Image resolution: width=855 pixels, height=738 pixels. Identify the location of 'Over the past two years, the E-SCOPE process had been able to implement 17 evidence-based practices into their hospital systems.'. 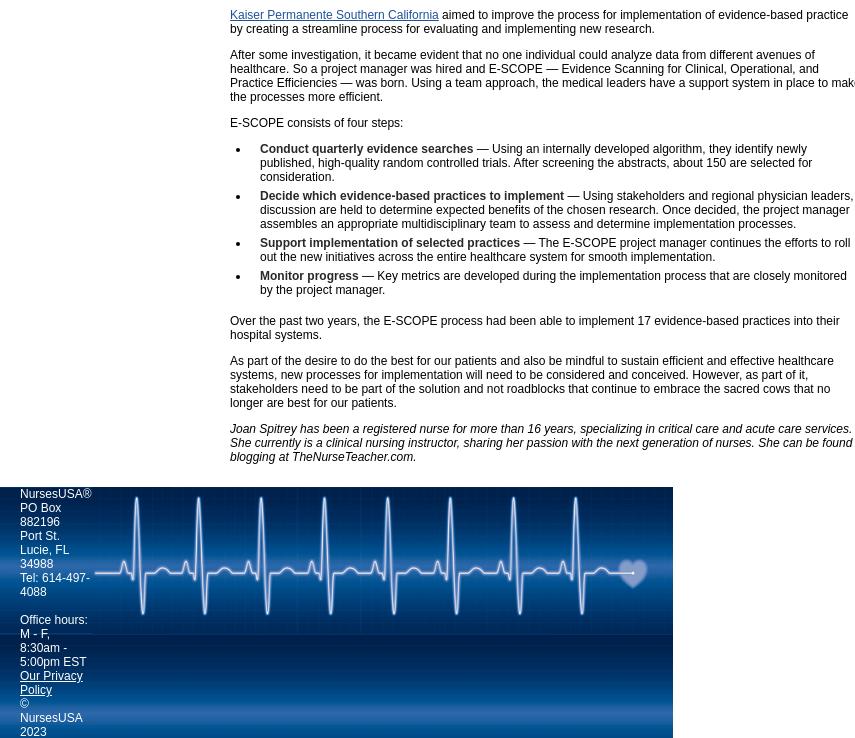
(534, 326).